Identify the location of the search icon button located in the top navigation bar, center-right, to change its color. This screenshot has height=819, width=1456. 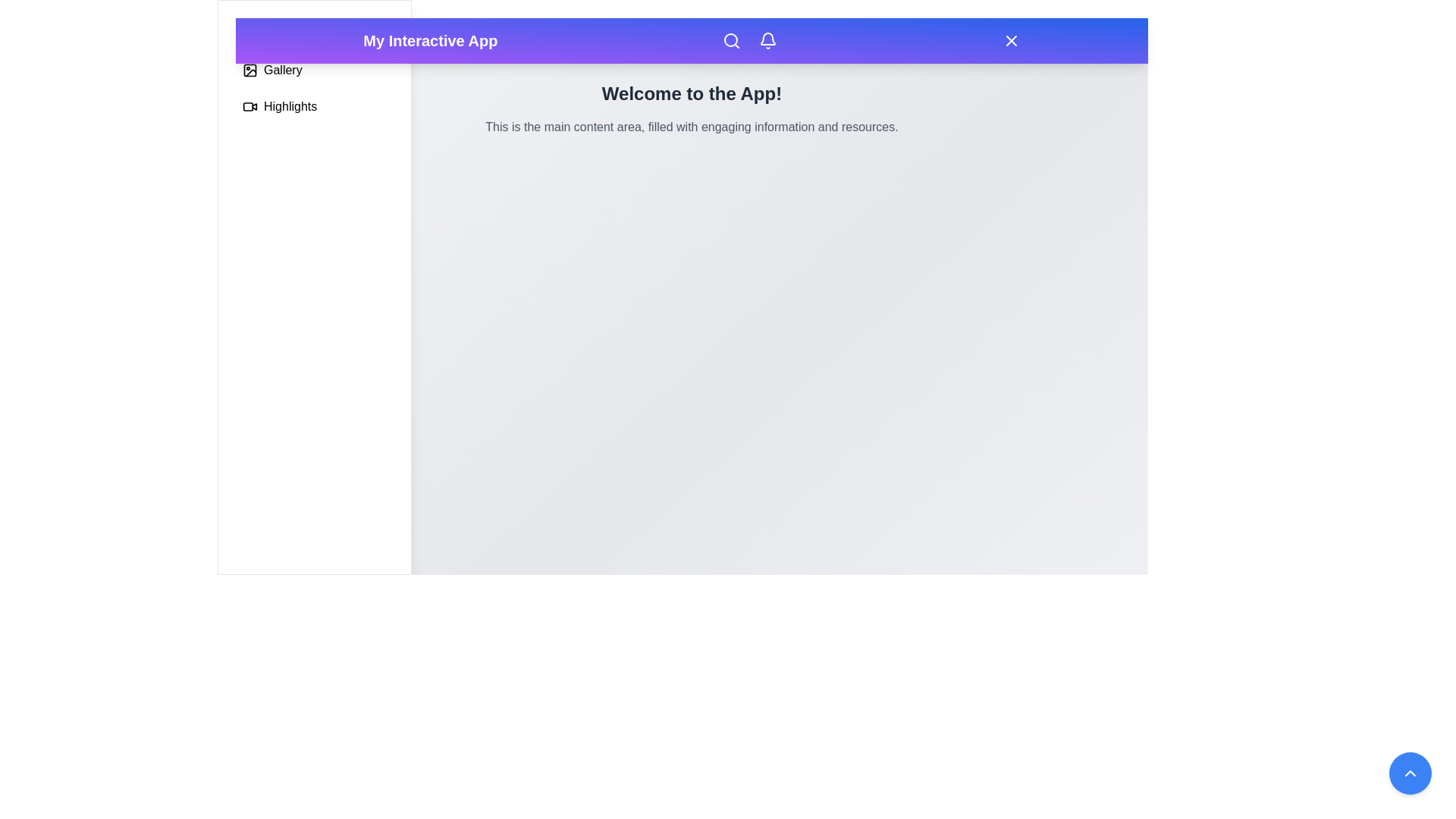
(731, 40).